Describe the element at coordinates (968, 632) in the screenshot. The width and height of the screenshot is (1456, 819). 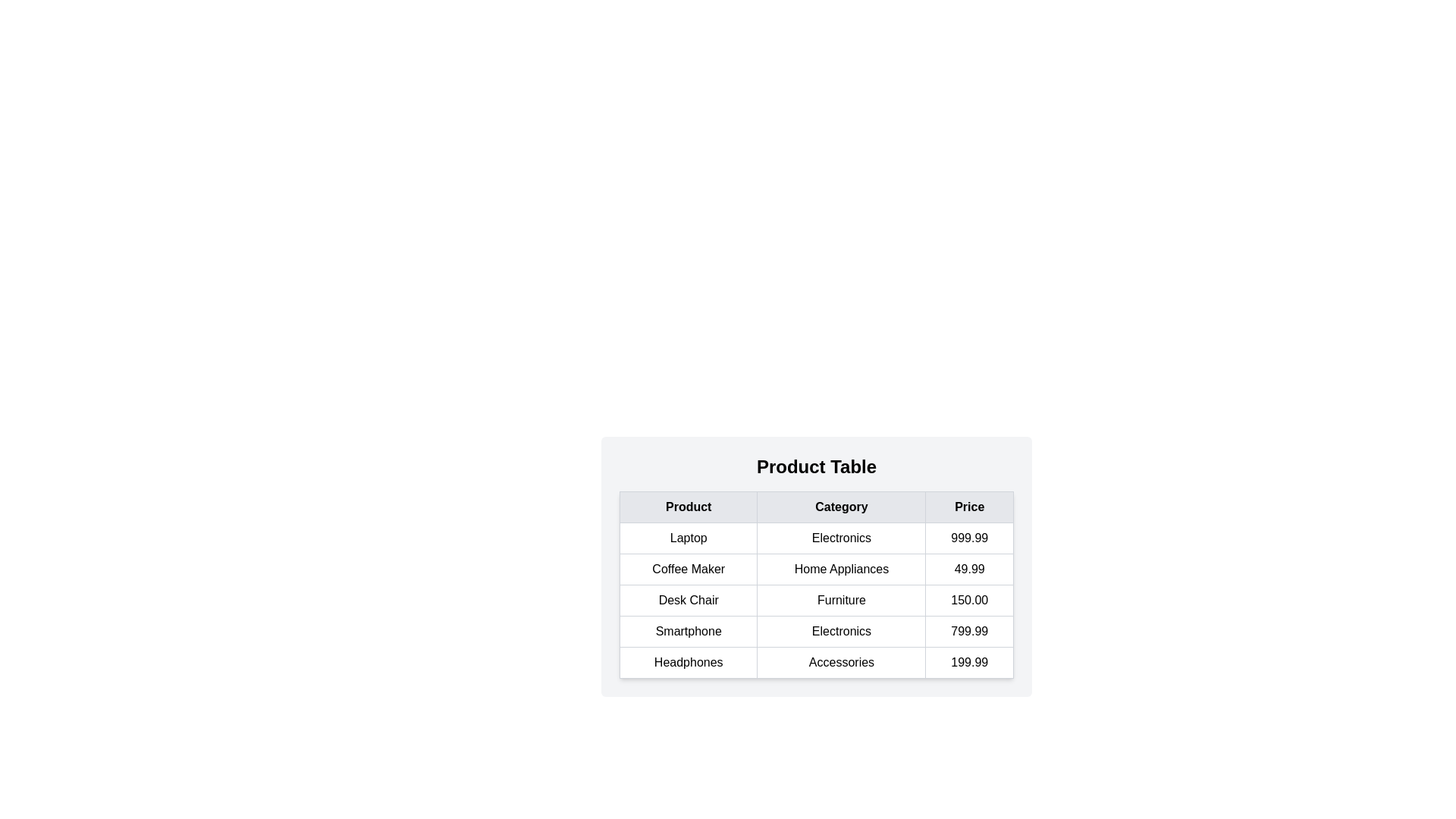
I see `the Text Label displaying the price for the 'Smartphone' product in the fourth row of the table, located in the 'Price' column` at that location.